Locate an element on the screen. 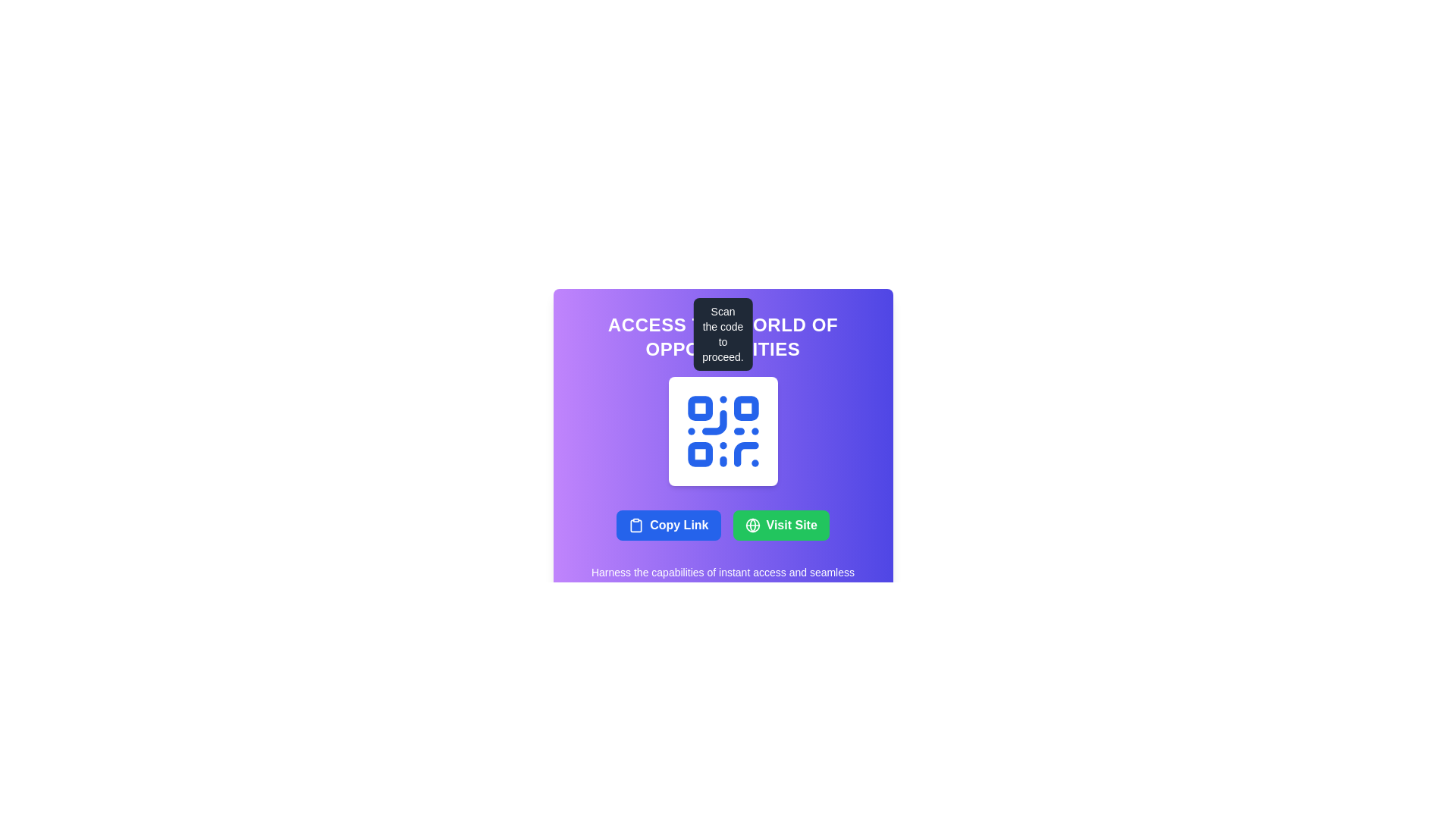 This screenshot has width=1456, height=819. the small rounded rectangle located in the bottom left corner of the QR code, which has a noticeable border and is part of the QR-code design is located at coordinates (699, 453).